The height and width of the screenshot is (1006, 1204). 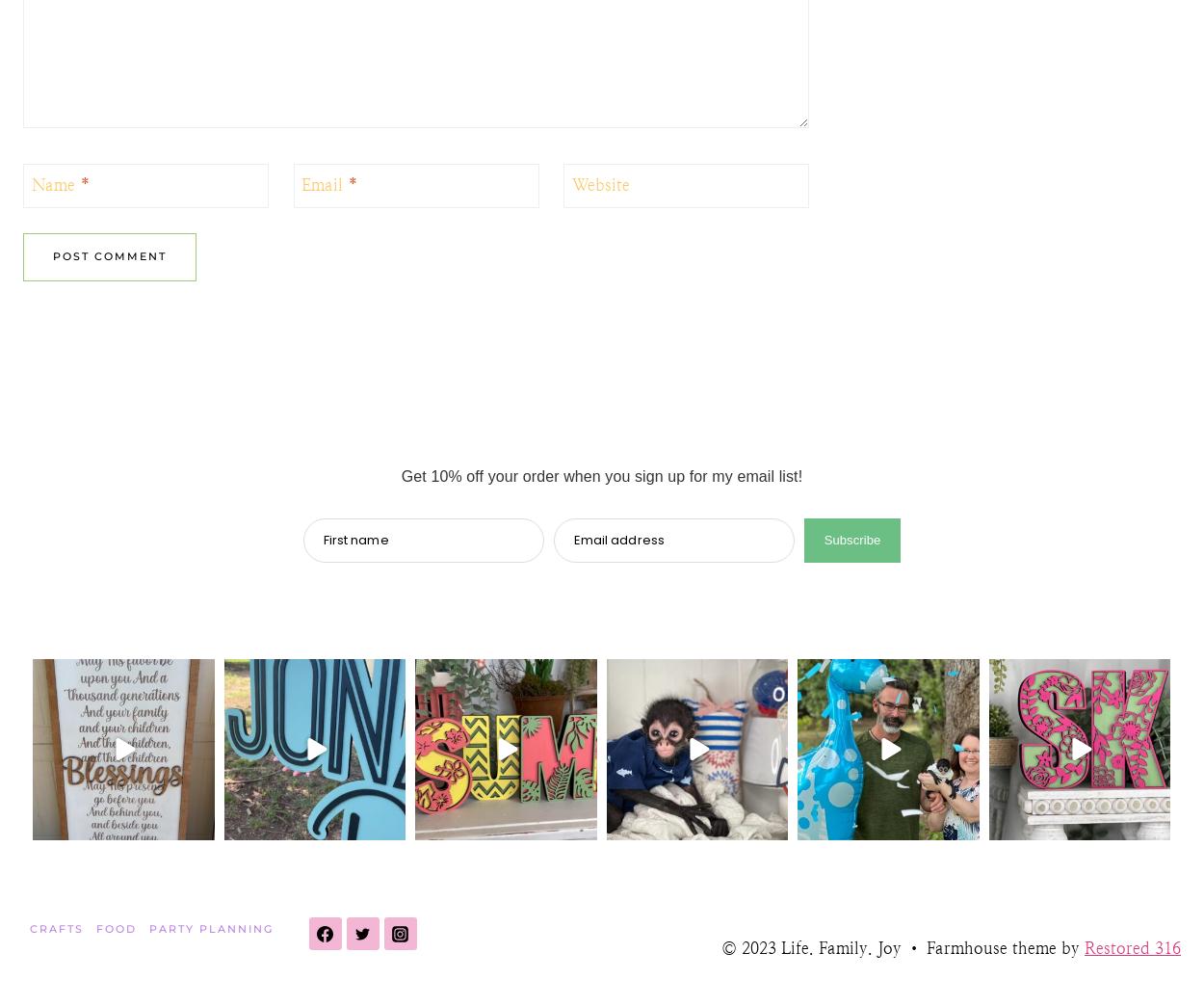 What do you see at coordinates (354, 538) in the screenshot?
I see `'First name'` at bounding box center [354, 538].